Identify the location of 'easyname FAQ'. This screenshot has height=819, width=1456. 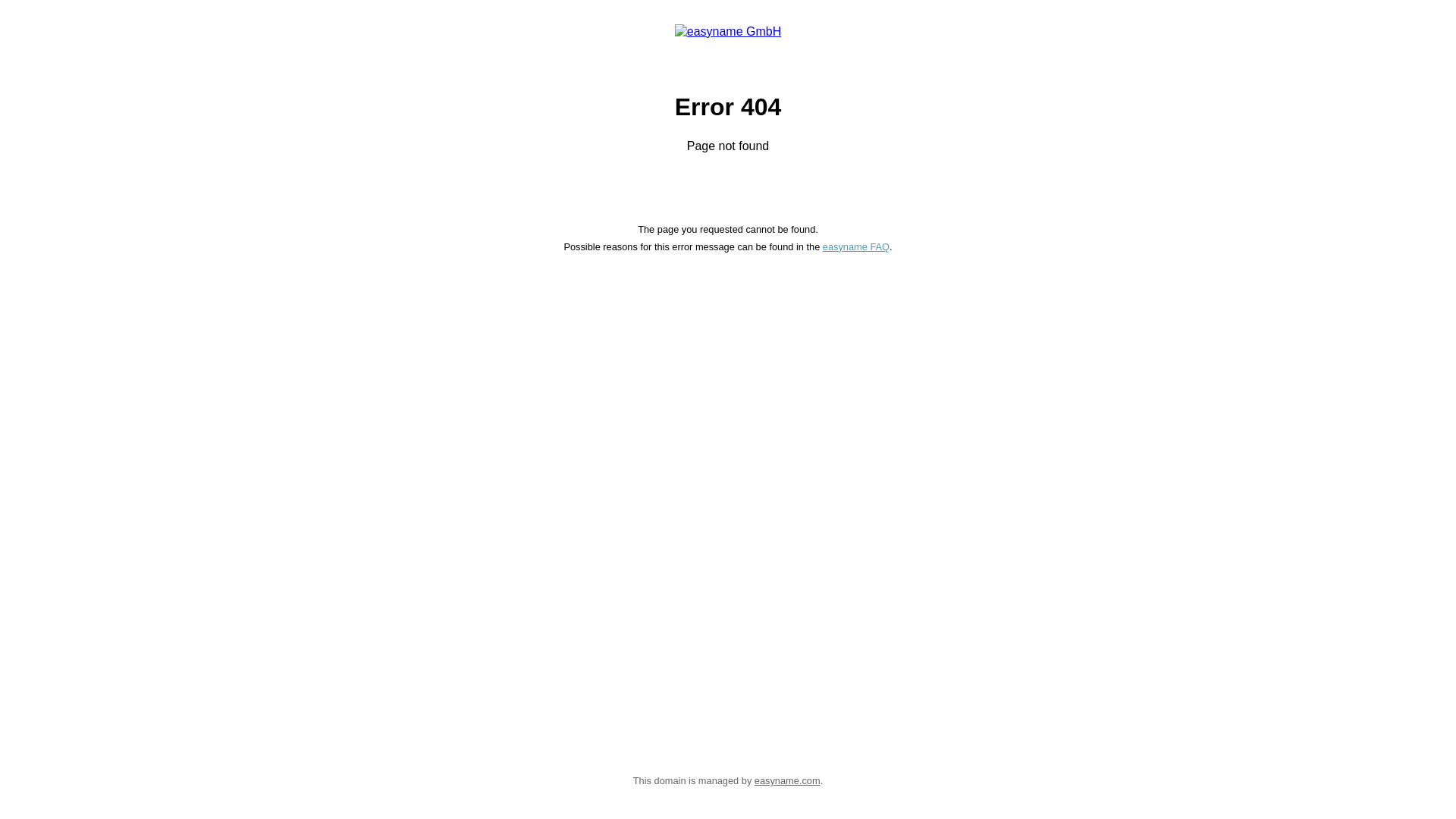
(855, 246).